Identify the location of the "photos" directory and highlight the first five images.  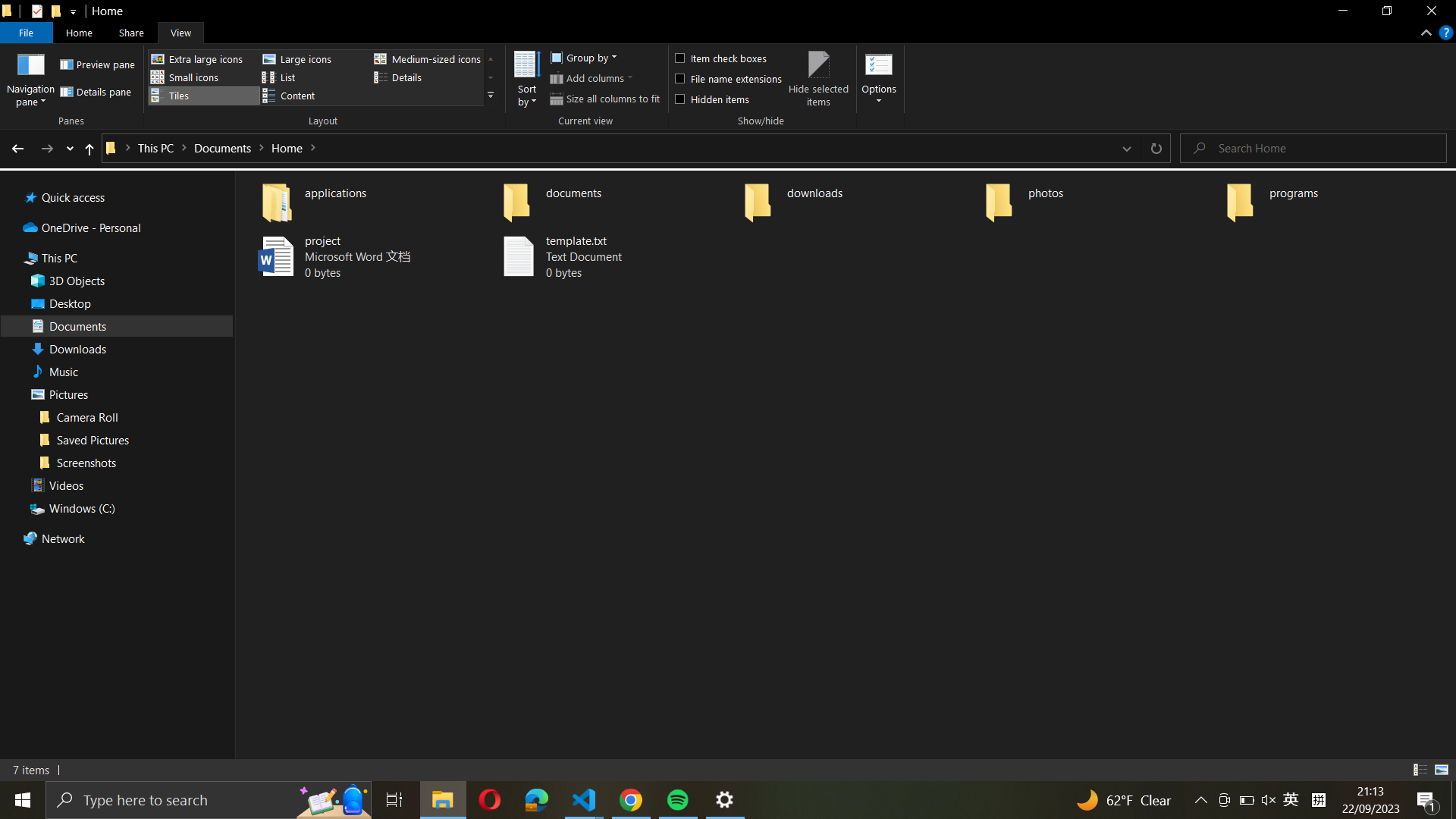
(1099, 198).